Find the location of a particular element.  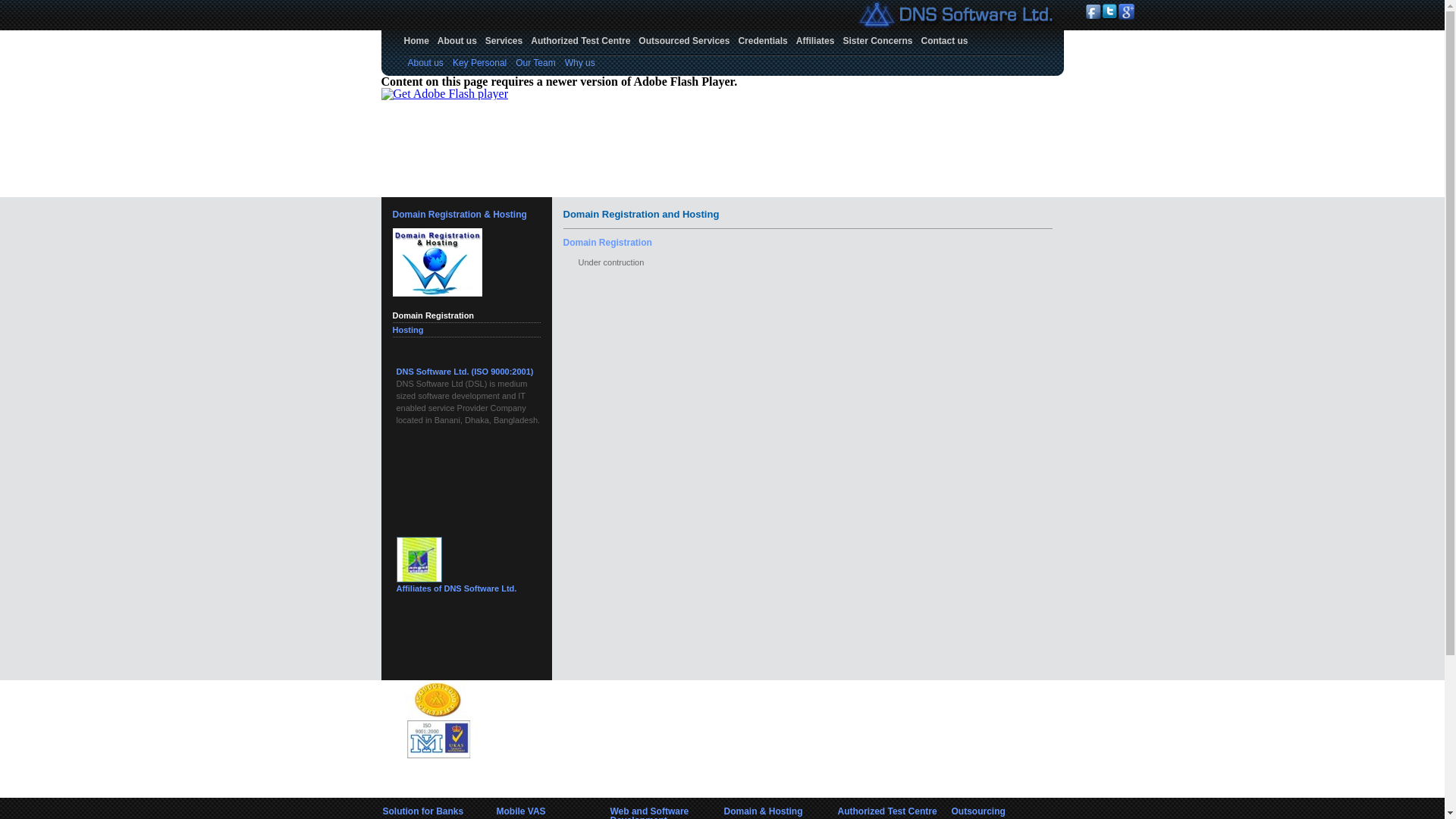

'Credentials' is located at coordinates (762, 40).